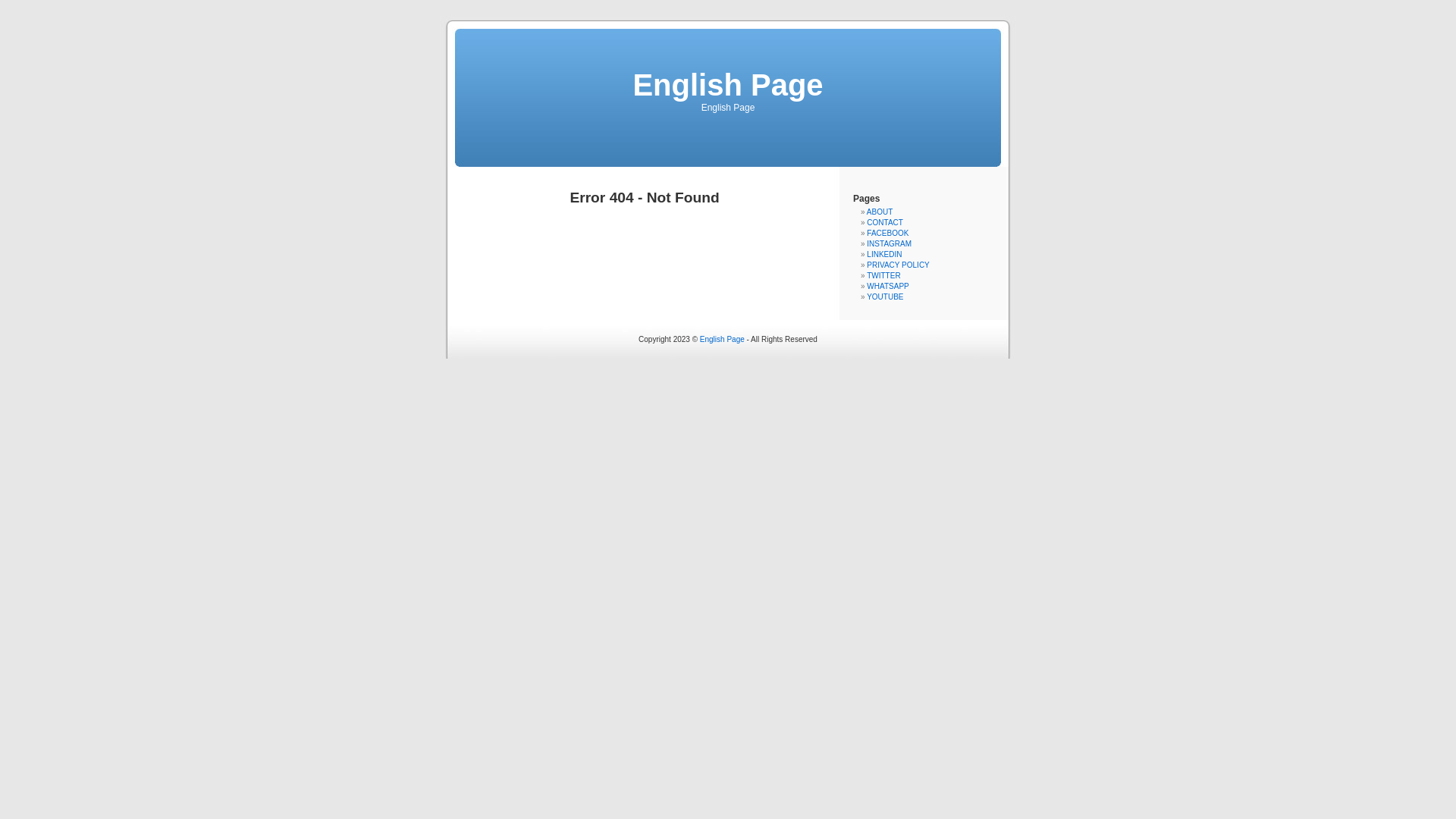 This screenshot has height=819, width=1456. What do you see at coordinates (866, 212) in the screenshot?
I see `'ABOUT'` at bounding box center [866, 212].